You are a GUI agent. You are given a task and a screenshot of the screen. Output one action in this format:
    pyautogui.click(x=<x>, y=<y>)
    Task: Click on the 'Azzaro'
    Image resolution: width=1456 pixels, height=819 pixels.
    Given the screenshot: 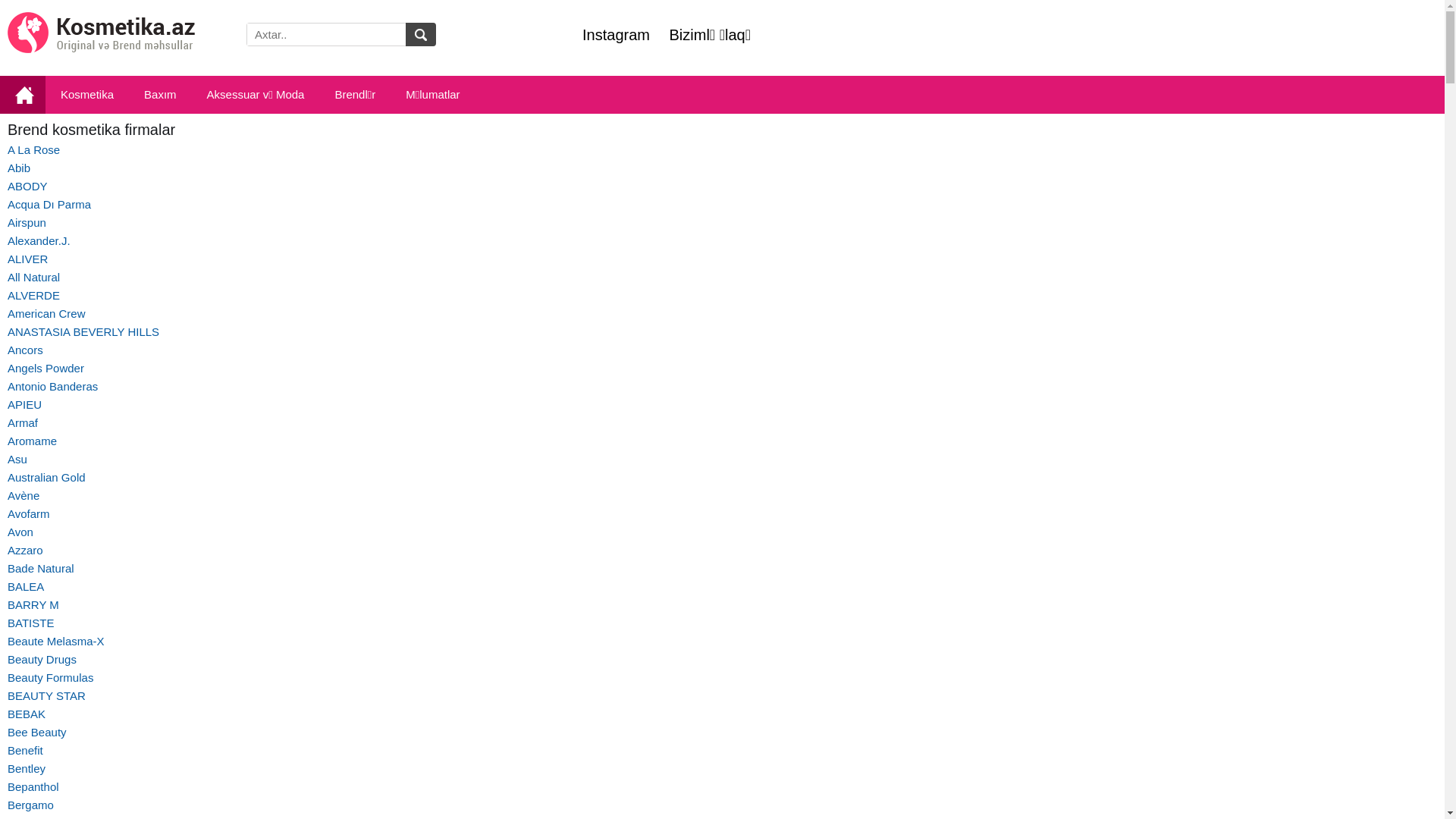 What is the action you would take?
    pyautogui.click(x=25, y=550)
    